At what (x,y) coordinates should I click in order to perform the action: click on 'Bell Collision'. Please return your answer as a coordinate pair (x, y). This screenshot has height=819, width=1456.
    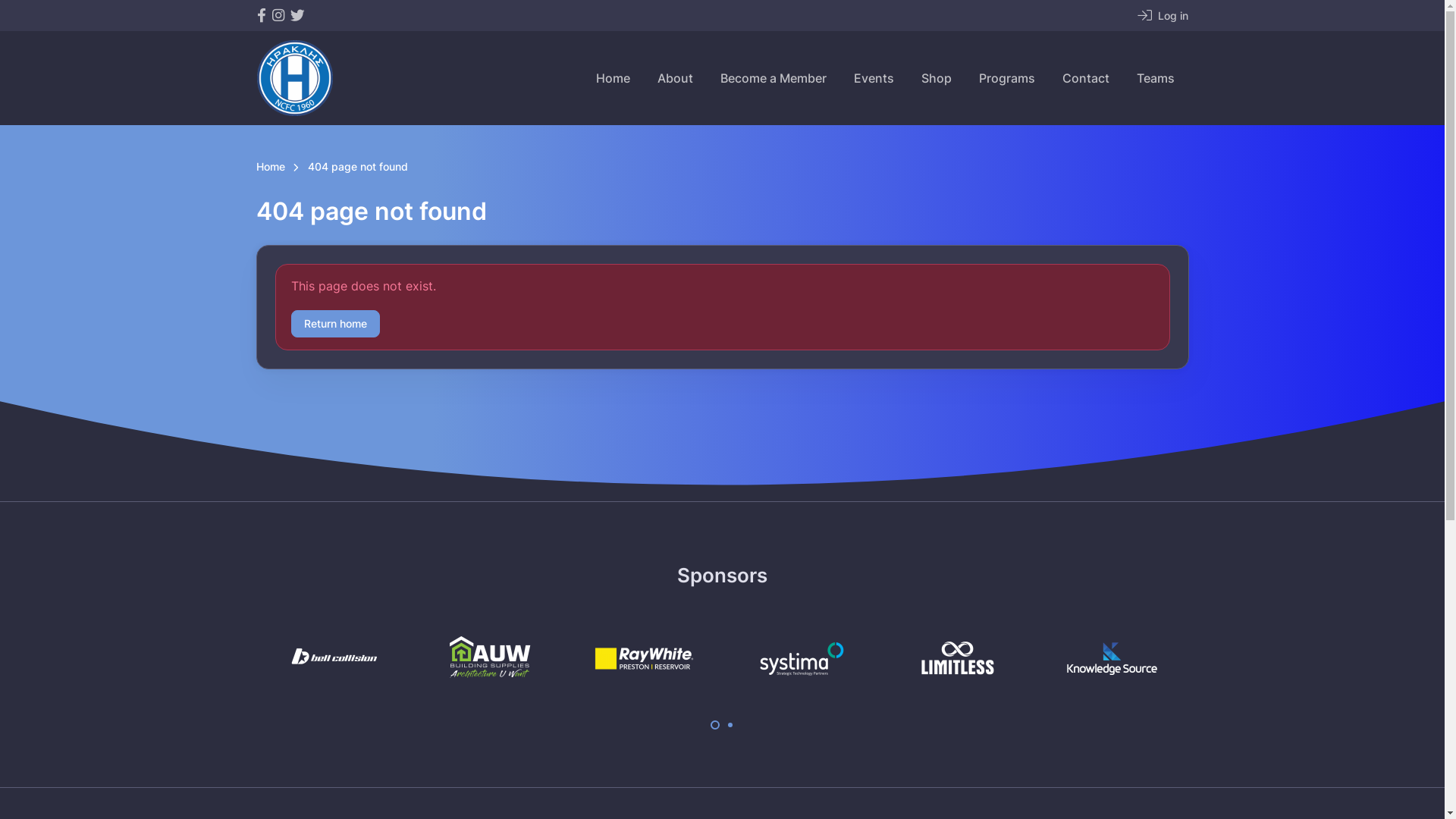
    Looking at the image, I should click on (276, 657).